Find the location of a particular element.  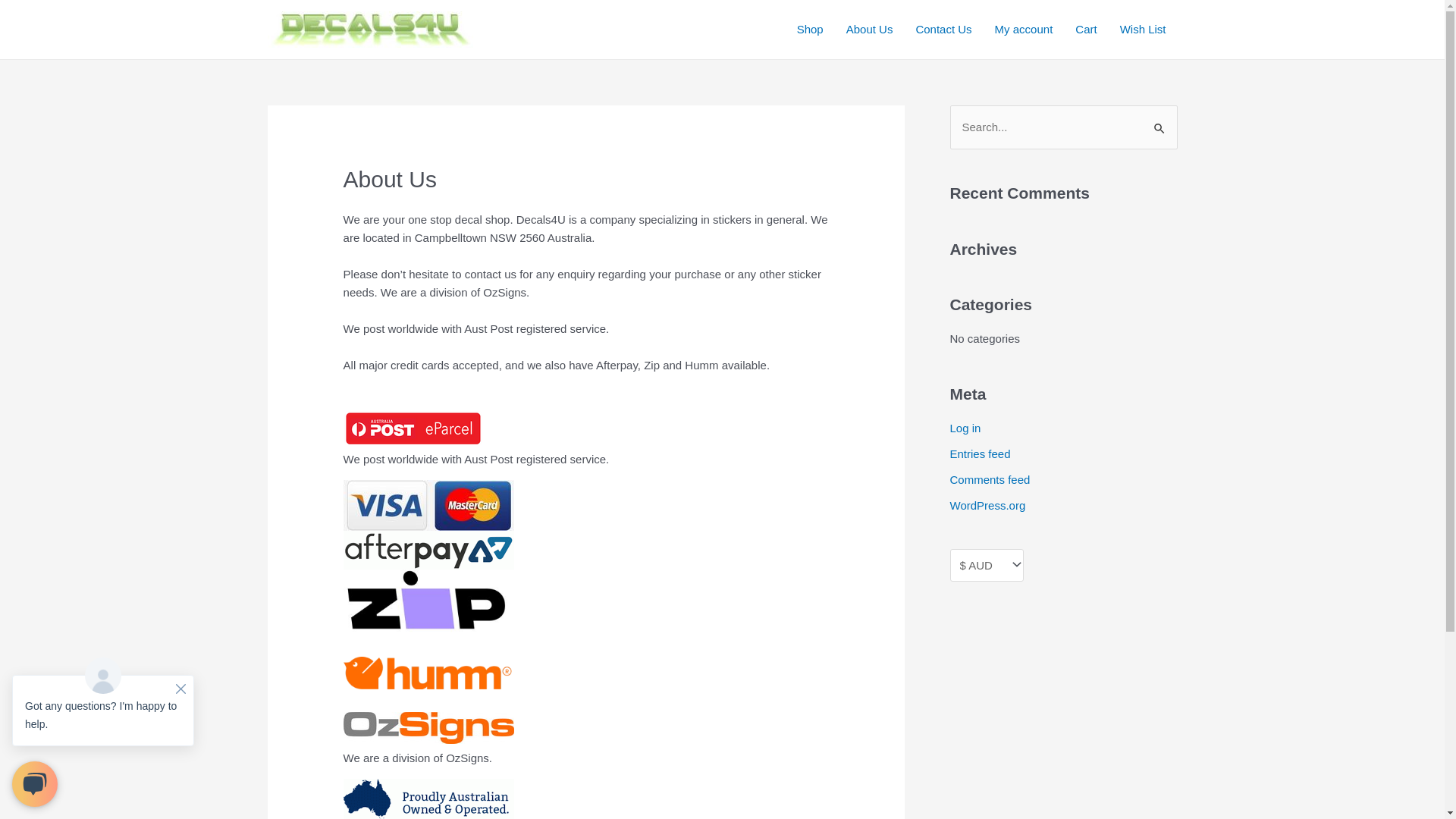

'Wish List' is located at coordinates (1143, 29).